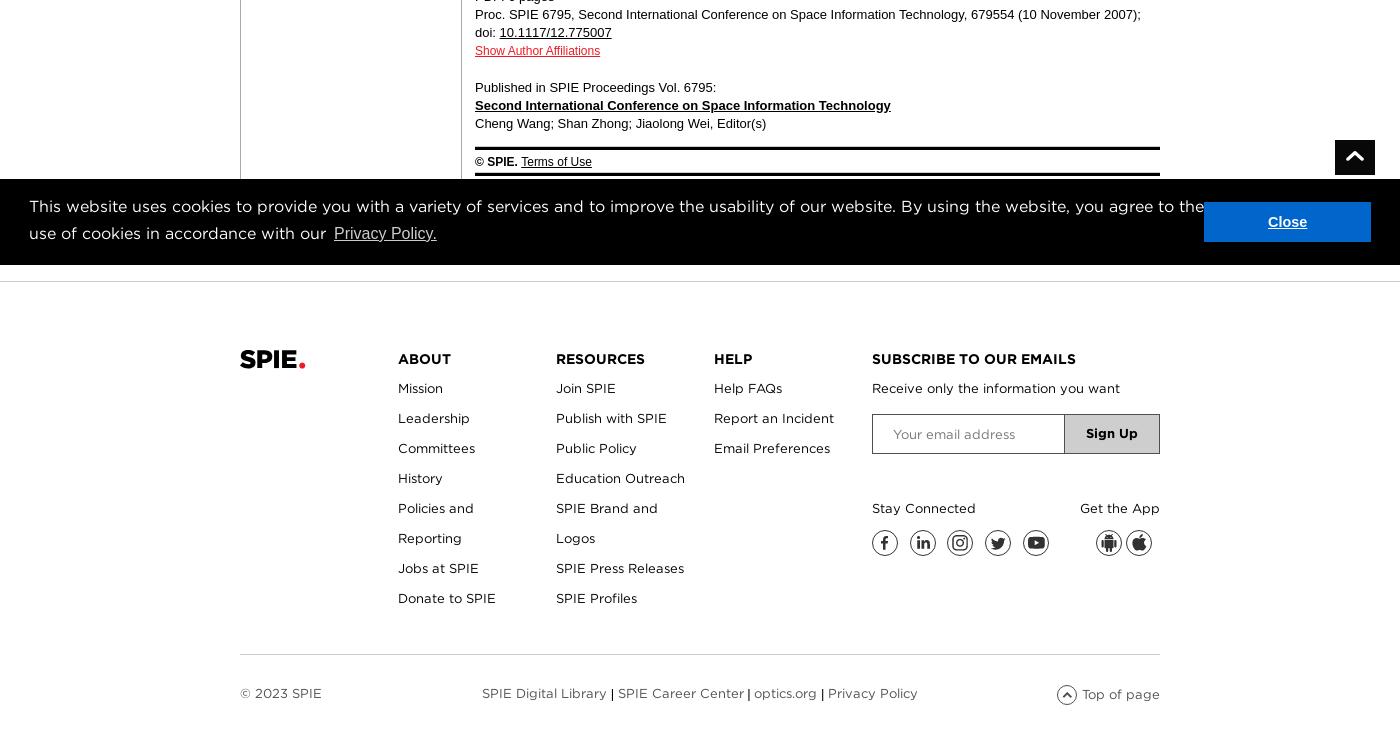  What do you see at coordinates (607, 523) in the screenshot?
I see `'SPIE Brand and Logos'` at bounding box center [607, 523].